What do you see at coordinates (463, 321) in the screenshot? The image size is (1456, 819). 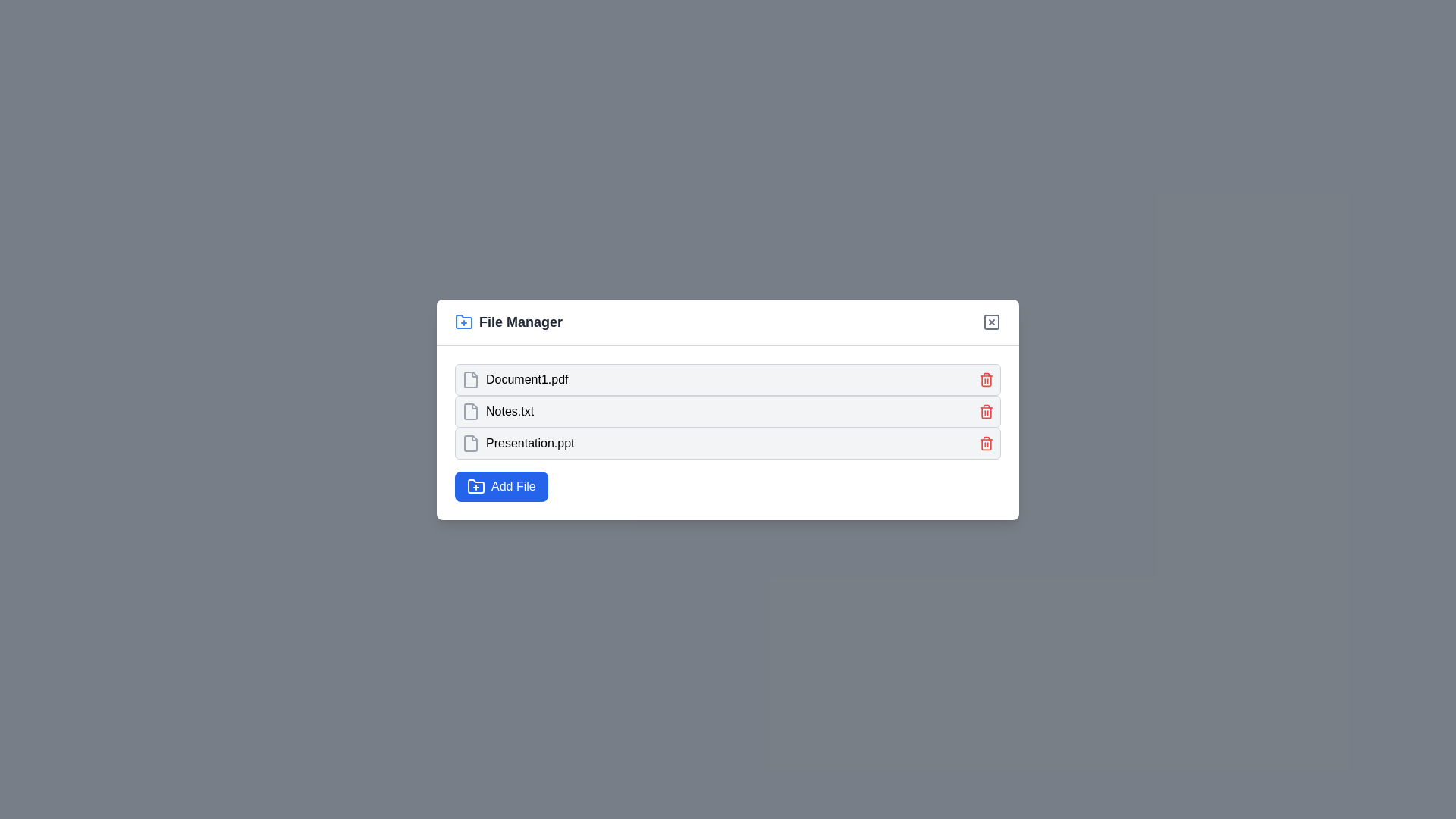 I see `the blue folder icon with a plus sign located on the upper left corner of the 'File Manager' modal` at bounding box center [463, 321].